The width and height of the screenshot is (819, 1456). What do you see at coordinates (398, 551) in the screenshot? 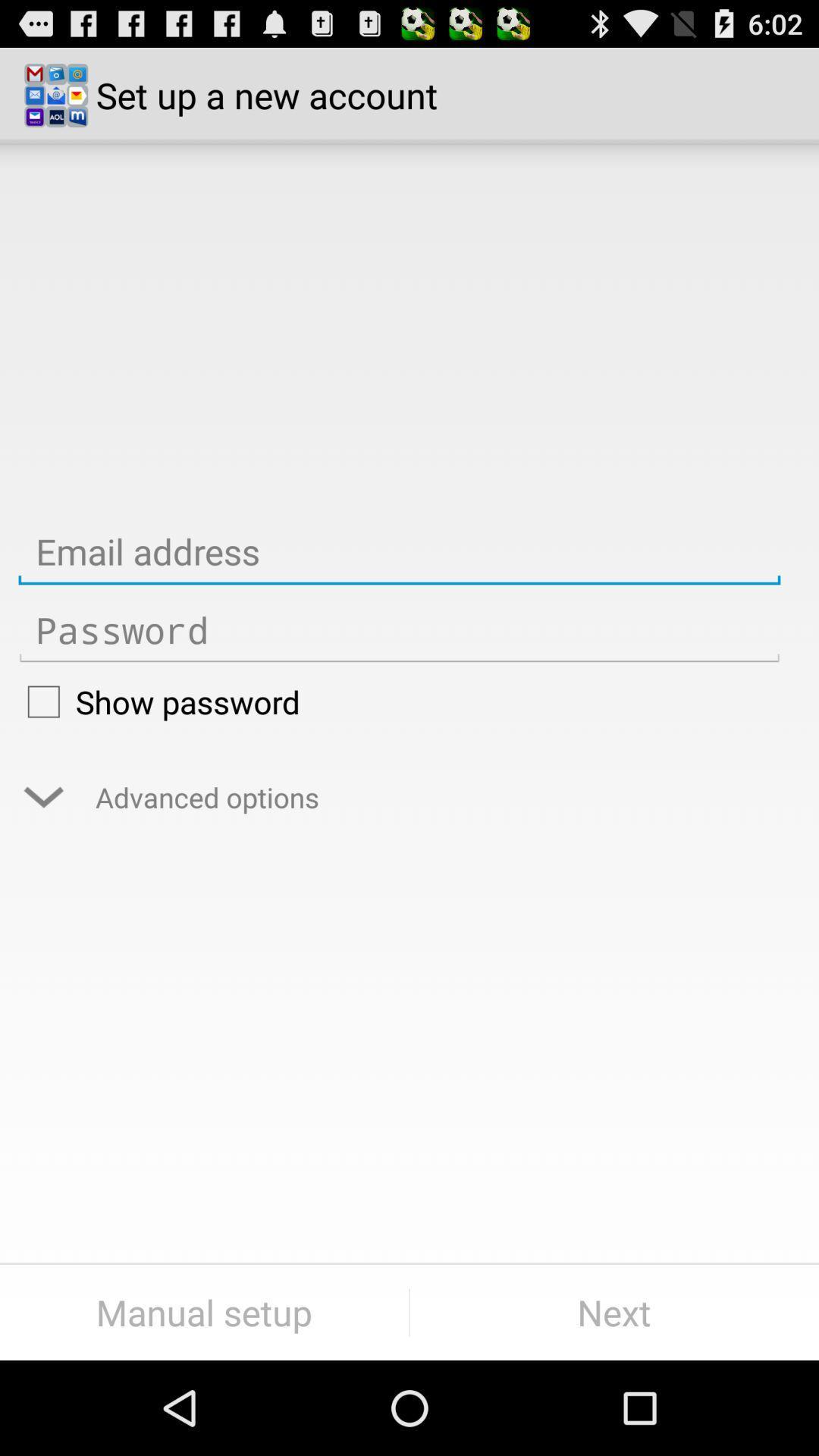
I see `email` at bounding box center [398, 551].